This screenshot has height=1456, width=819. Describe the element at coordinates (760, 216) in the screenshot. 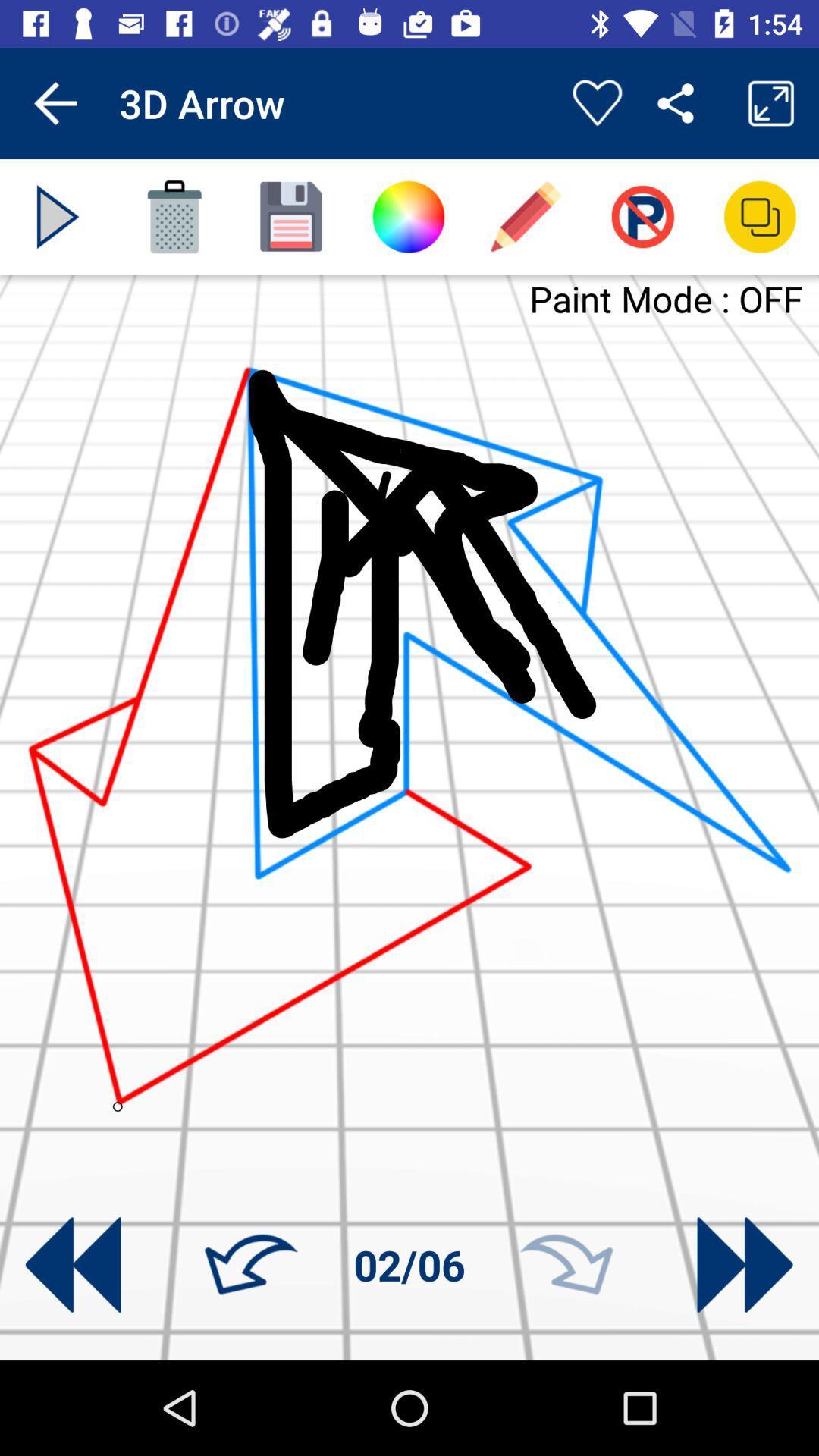

I see `the copy icon` at that location.